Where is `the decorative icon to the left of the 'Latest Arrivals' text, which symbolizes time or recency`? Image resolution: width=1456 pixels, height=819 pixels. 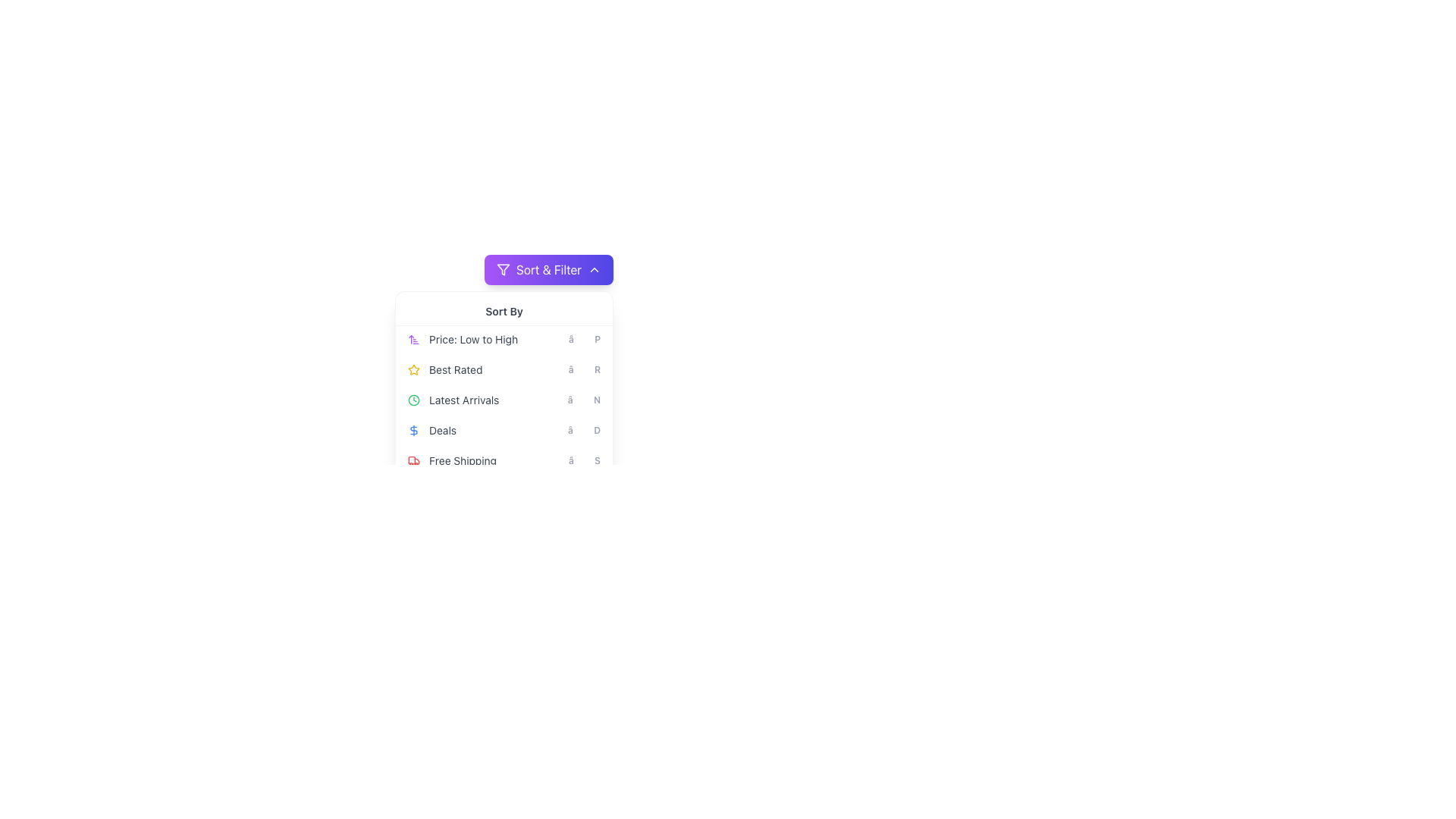 the decorative icon to the left of the 'Latest Arrivals' text, which symbolizes time or recency is located at coordinates (414, 400).